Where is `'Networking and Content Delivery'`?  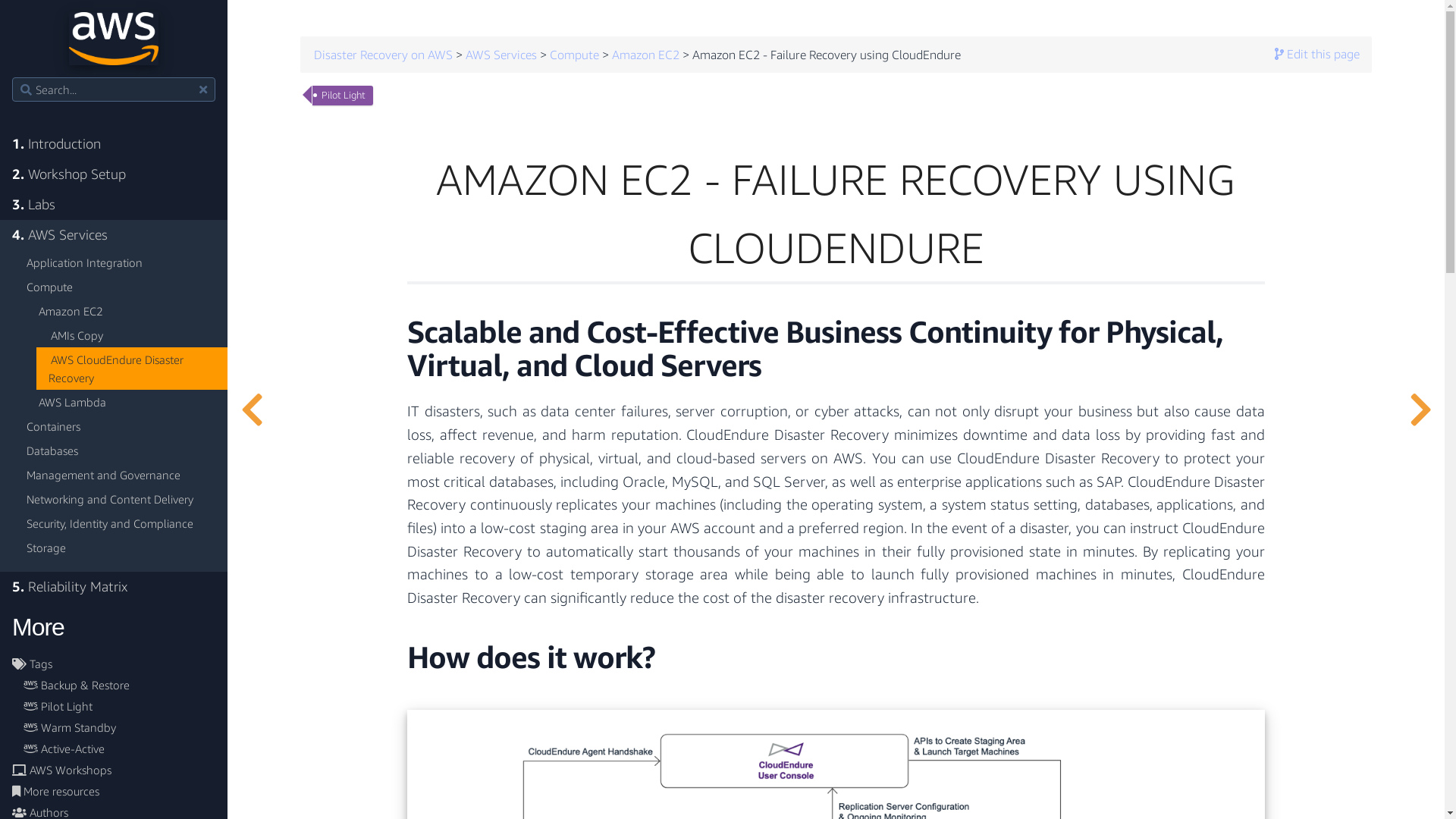 'Networking and Content Delivery' is located at coordinates (119, 499).